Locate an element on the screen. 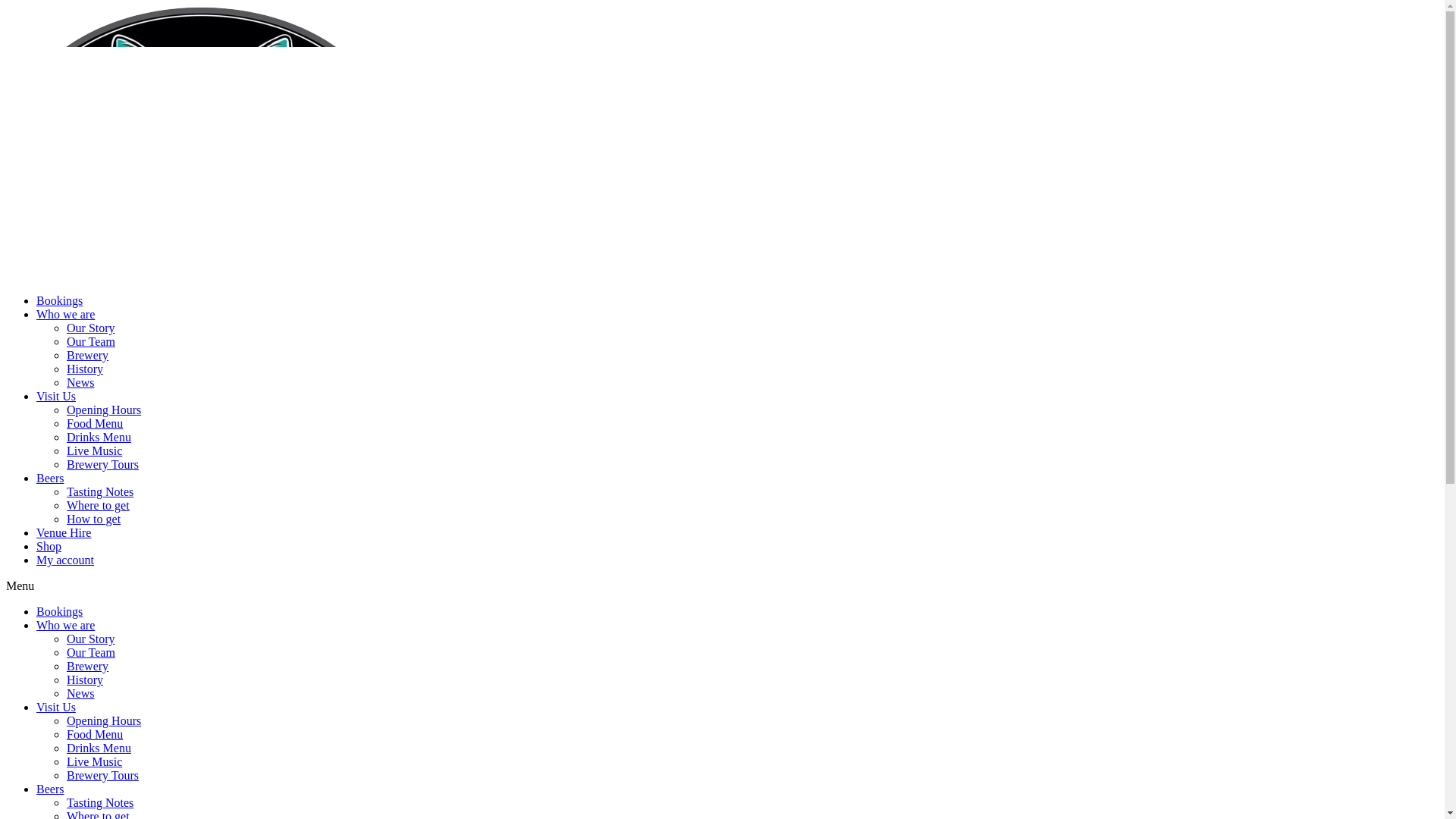 This screenshot has width=1456, height=819. 'Where to get' is located at coordinates (97, 505).